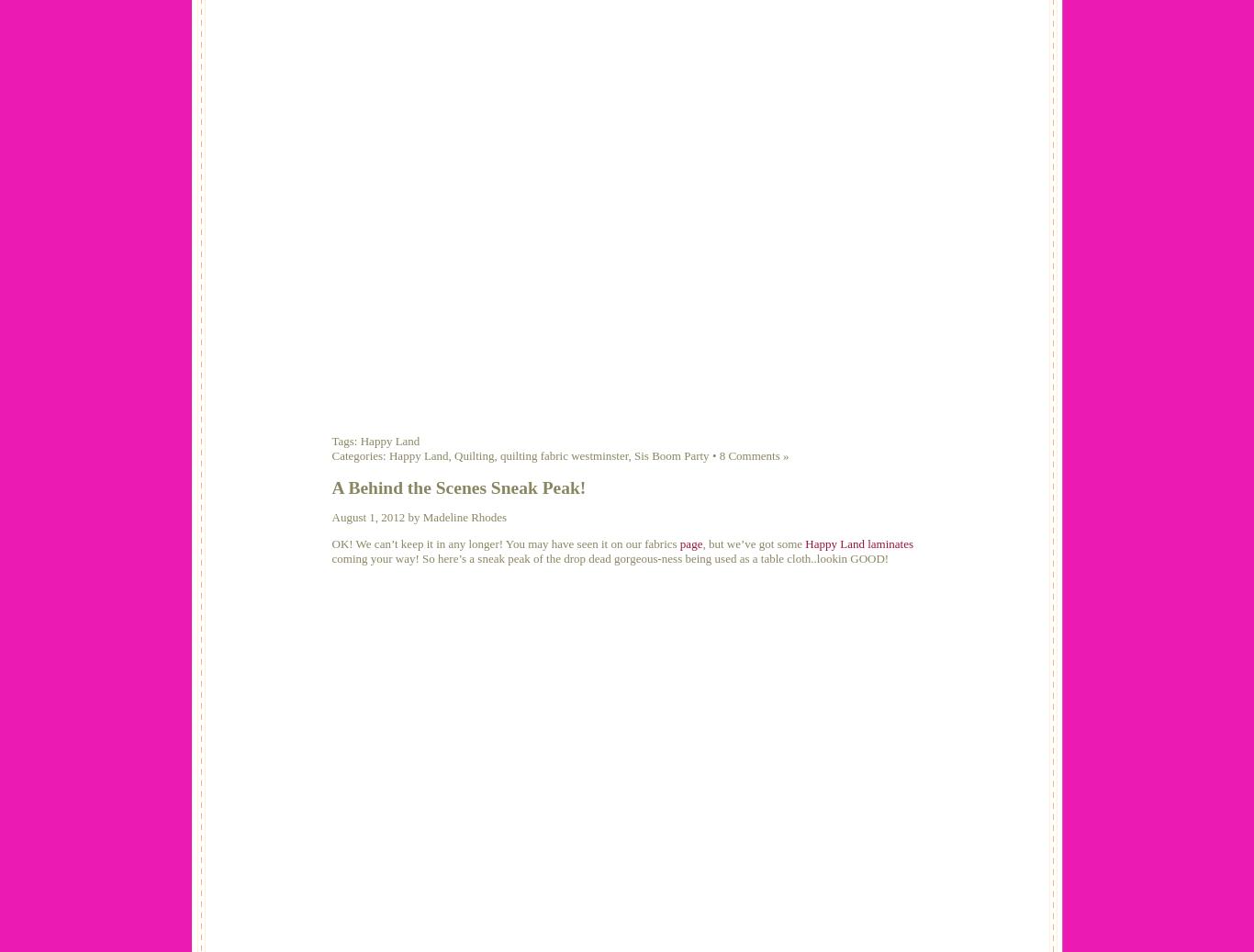  Describe the element at coordinates (419, 516) in the screenshot. I see `'August 1, 2012 by Madeline Rhodes'` at that location.